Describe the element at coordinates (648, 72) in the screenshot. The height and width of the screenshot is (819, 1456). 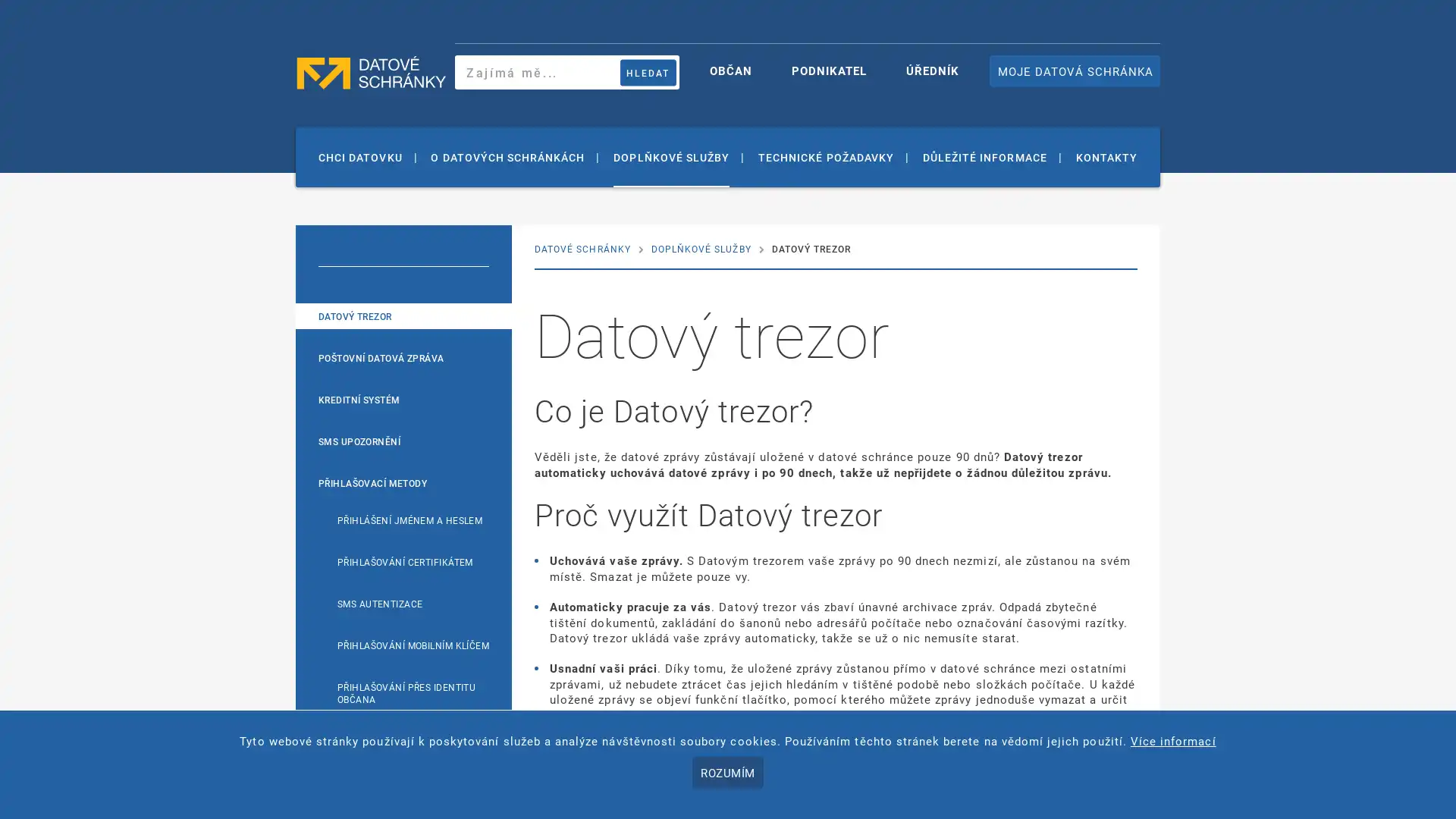
I see `Hledat` at that location.